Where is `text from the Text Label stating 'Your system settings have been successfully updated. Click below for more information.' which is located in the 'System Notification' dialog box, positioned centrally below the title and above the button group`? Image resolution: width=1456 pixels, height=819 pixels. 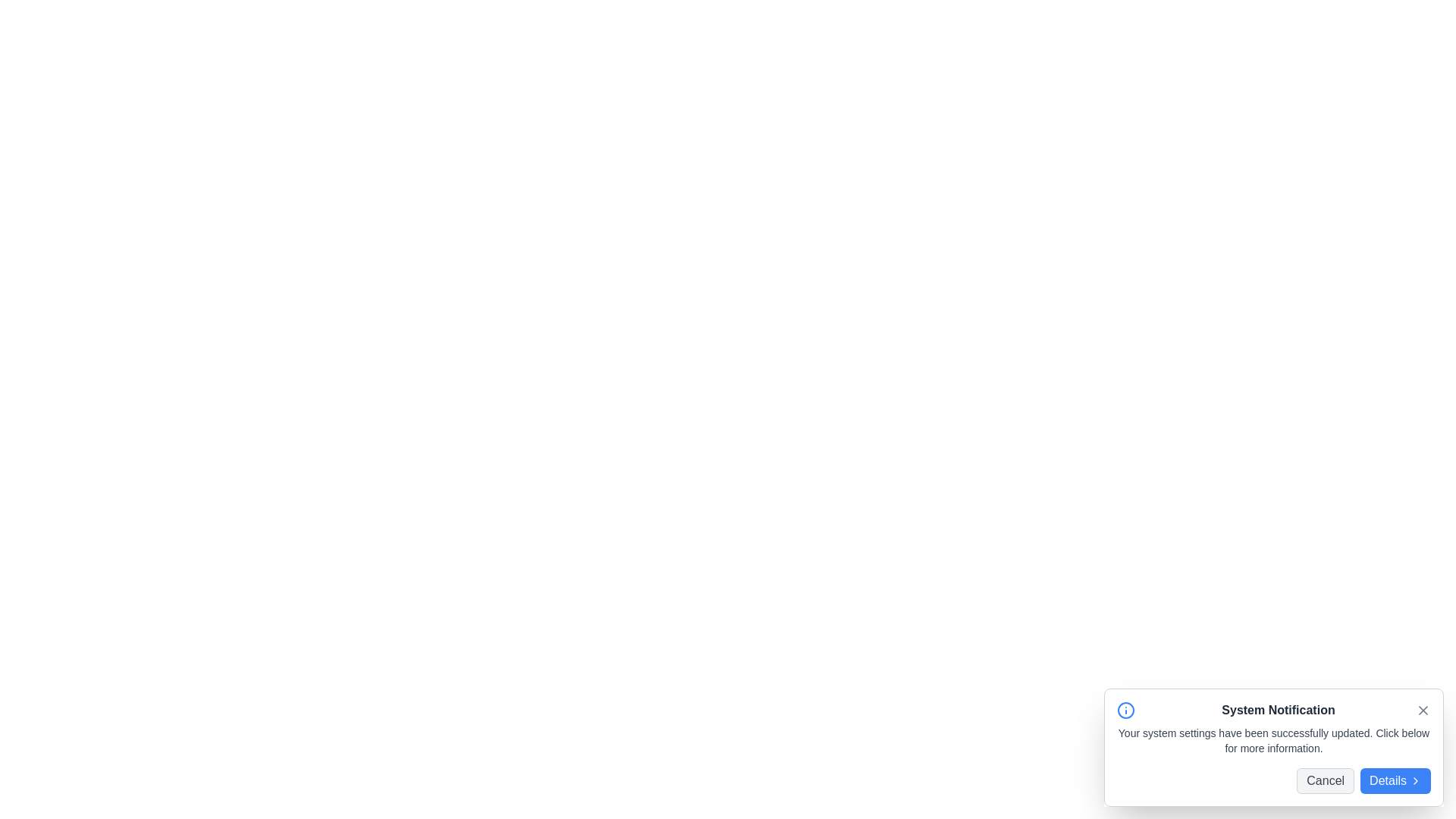
text from the Text Label stating 'Your system settings have been successfully updated. Click below for more information.' which is located in the 'System Notification' dialog box, positioned centrally below the title and above the button group is located at coordinates (1274, 739).